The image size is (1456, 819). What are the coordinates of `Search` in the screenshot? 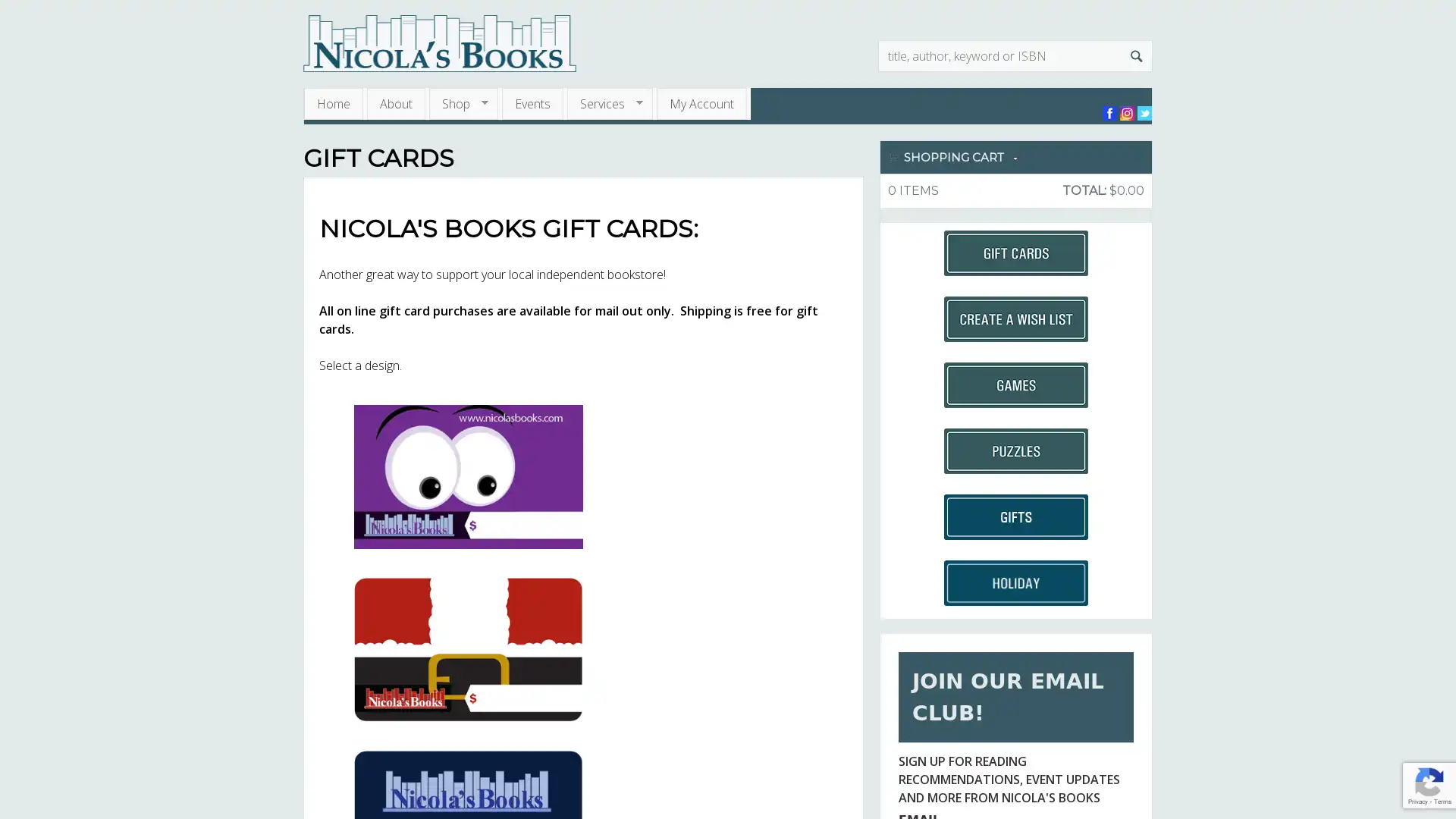 It's located at (1136, 55).